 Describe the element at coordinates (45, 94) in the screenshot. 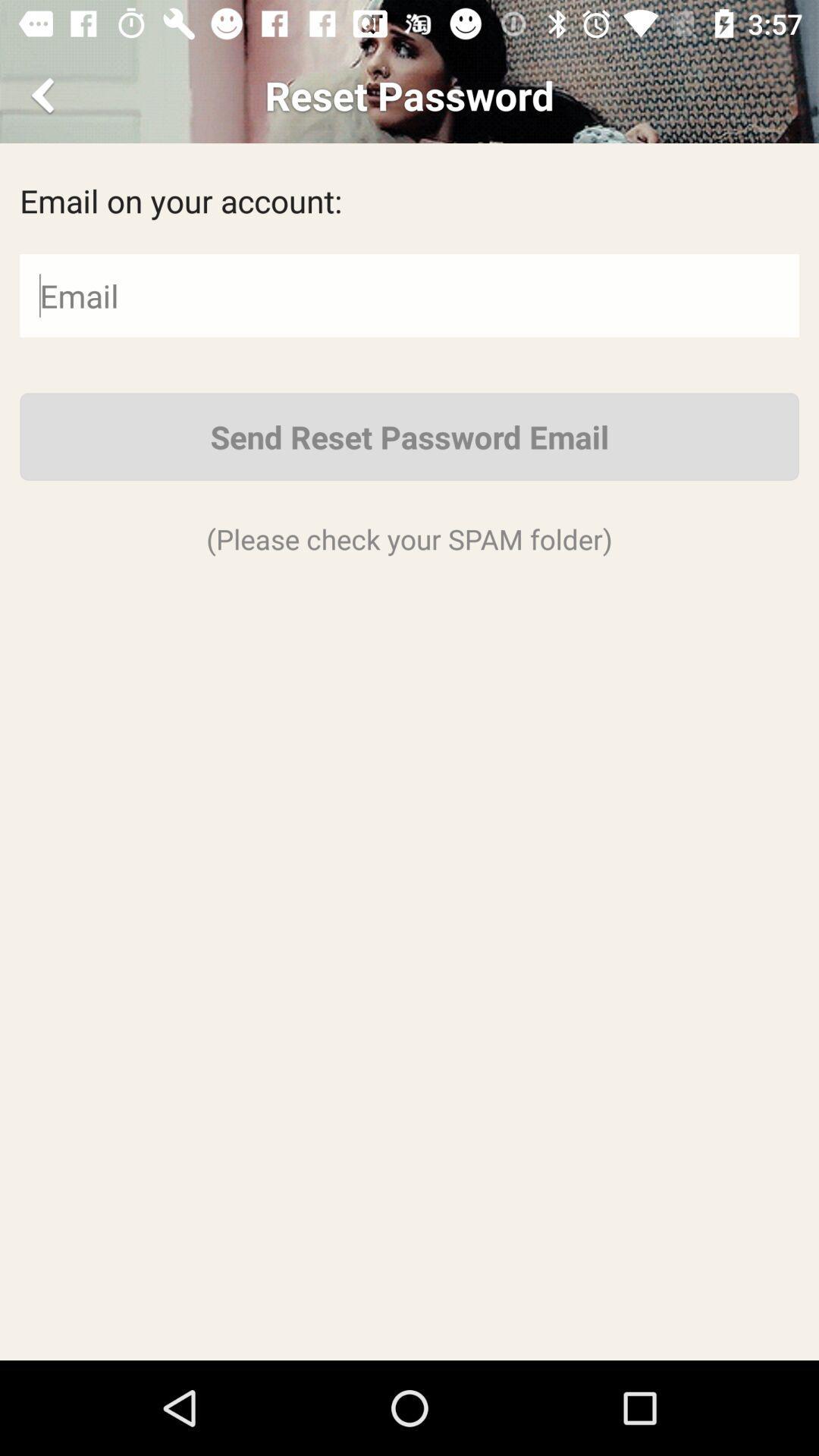

I see `back option` at that location.